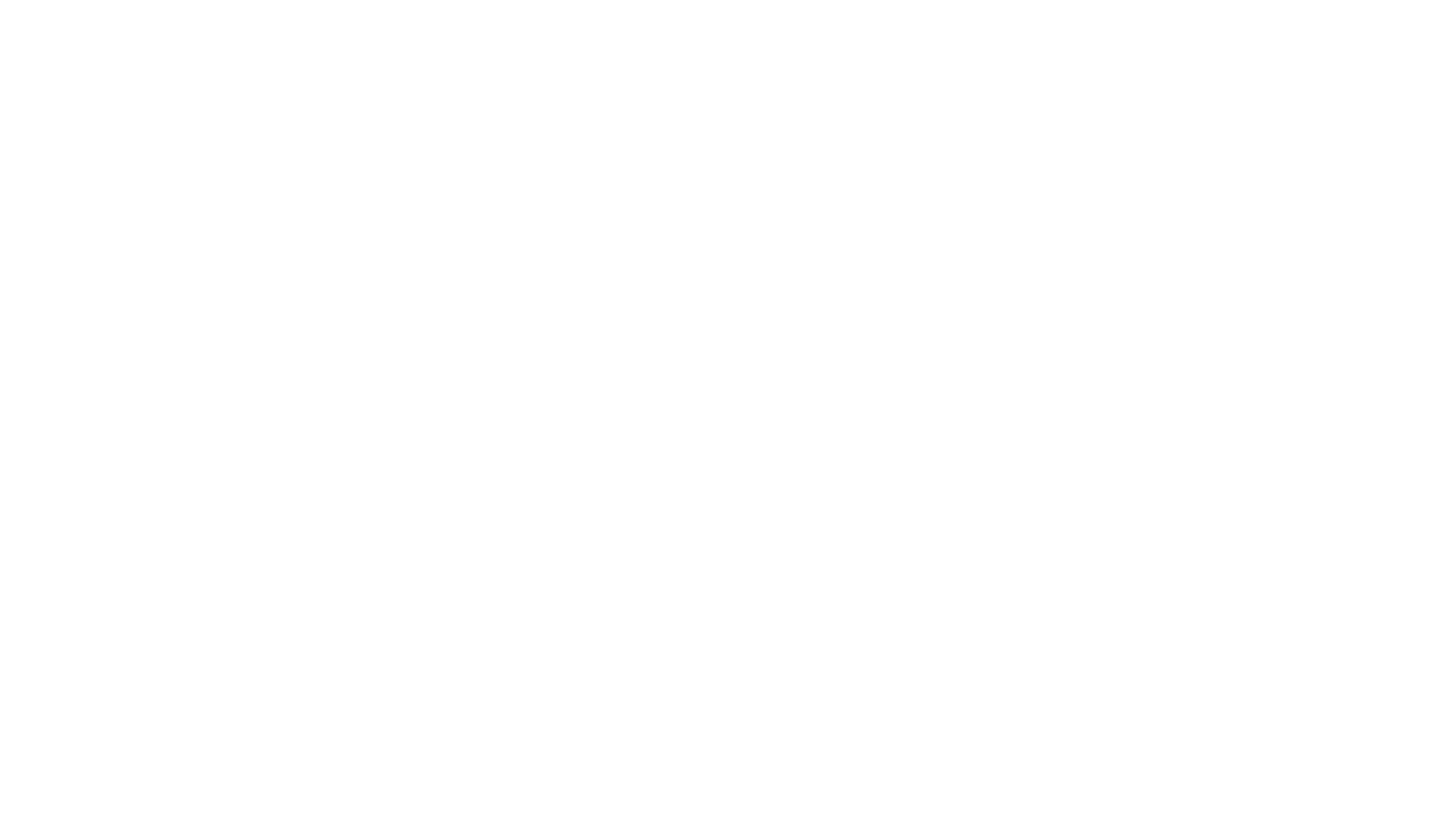  What do you see at coordinates (441, 225) in the screenshot?
I see `'And yet I remind you of Friedel’s philosophy: Competition in training —'` at bounding box center [441, 225].